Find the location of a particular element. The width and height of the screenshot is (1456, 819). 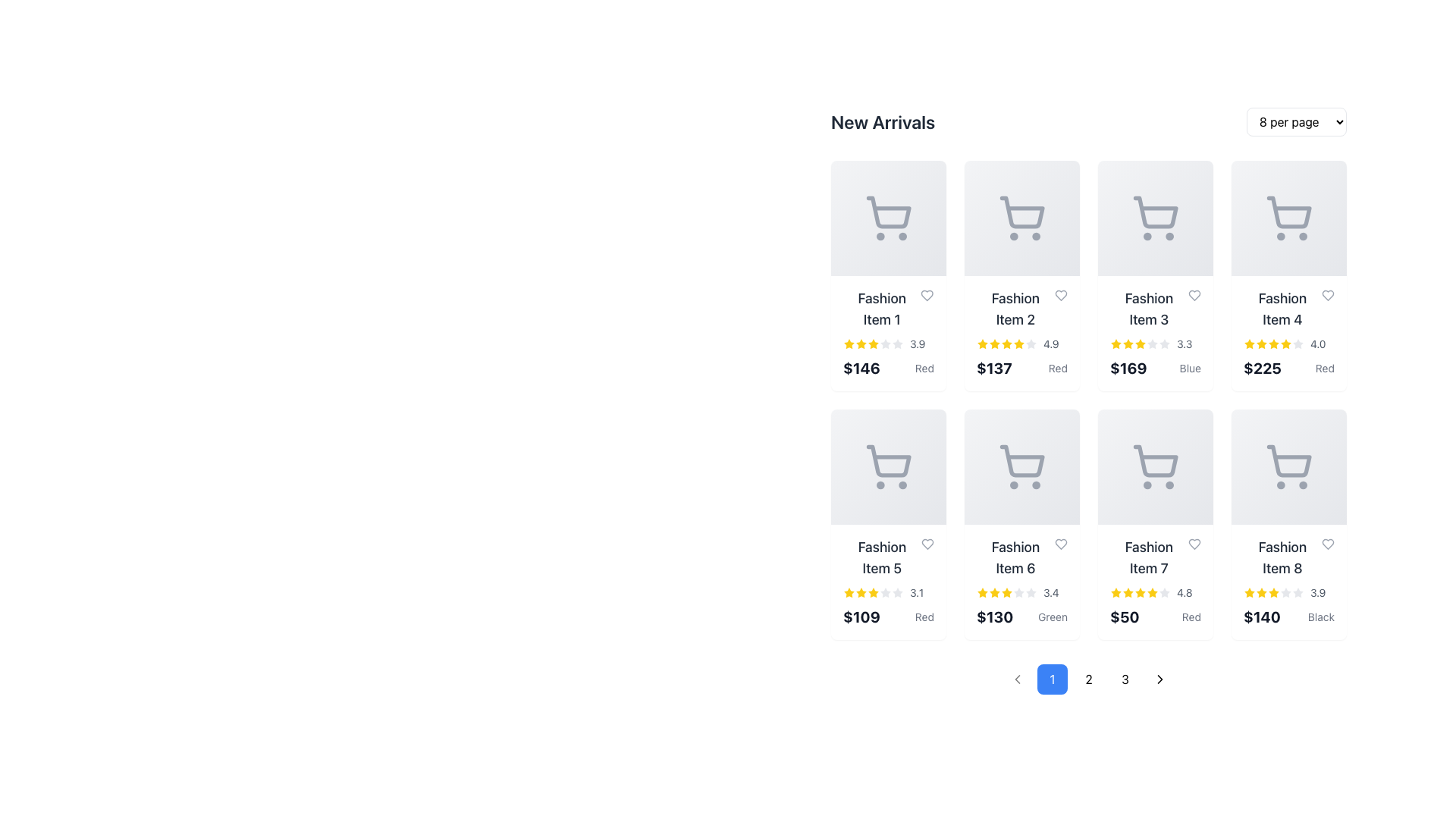

the shopping cart icon located in the upper section of the card displaying 'Fashion Item 2' in the second column of the 'New Arrivals' grid is located at coordinates (1022, 218).